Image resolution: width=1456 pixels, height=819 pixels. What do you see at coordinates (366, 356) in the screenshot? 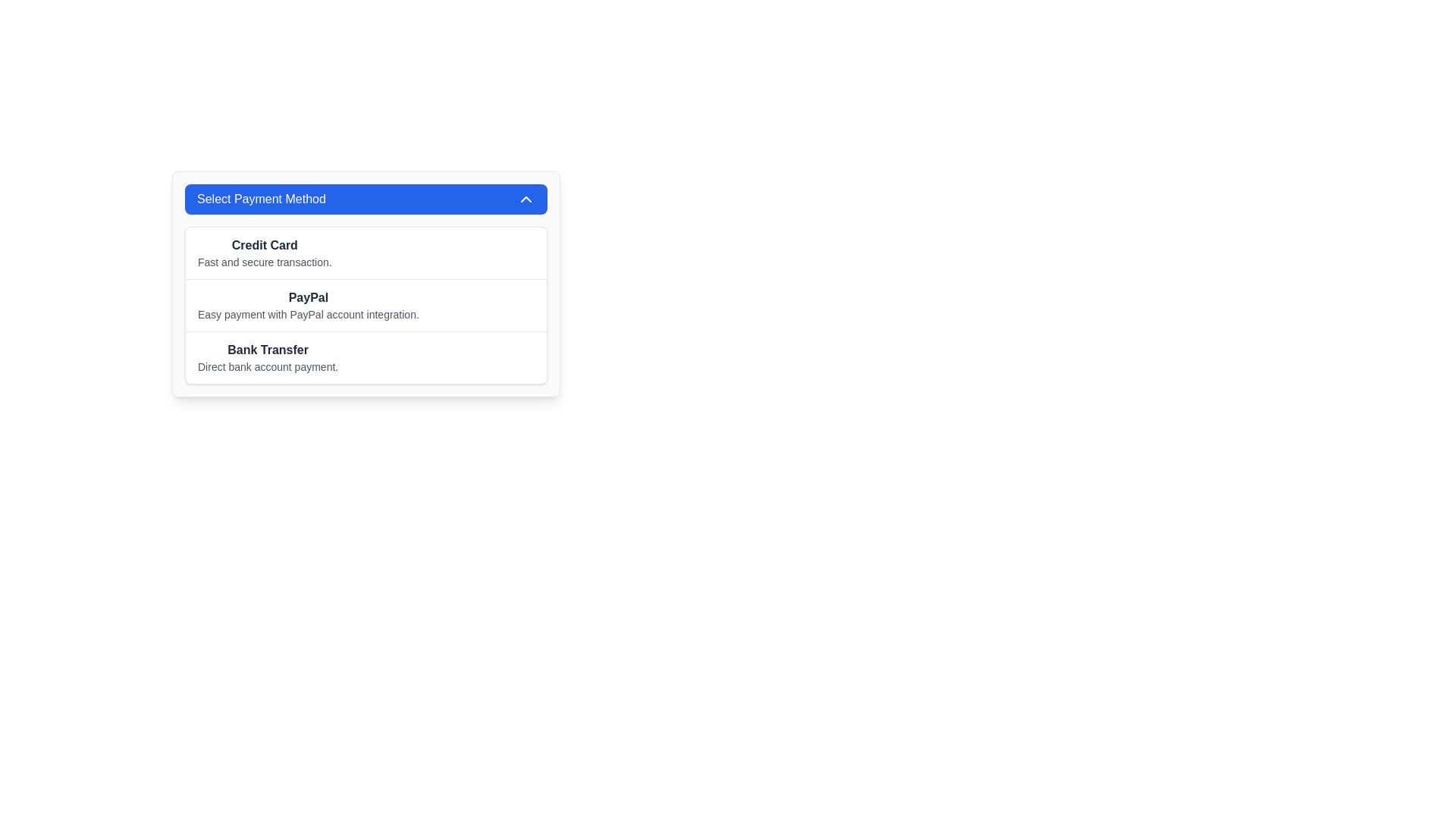
I see `the 'Bank Transfer' list item, which is the third option under 'Select Payment Method'` at bounding box center [366, 356].